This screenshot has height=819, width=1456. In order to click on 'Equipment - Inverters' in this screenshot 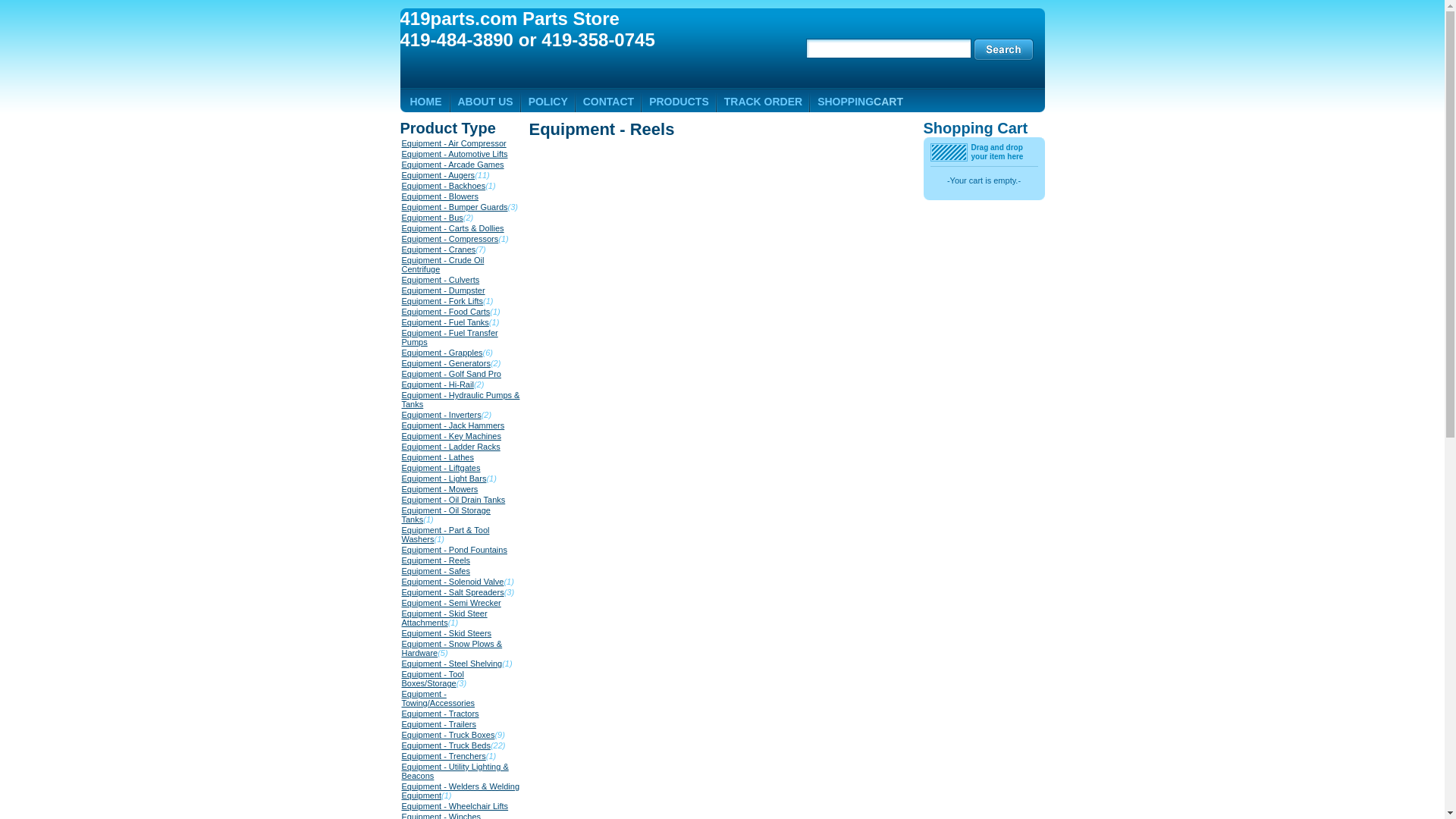, I will do `click(441, 415)`.